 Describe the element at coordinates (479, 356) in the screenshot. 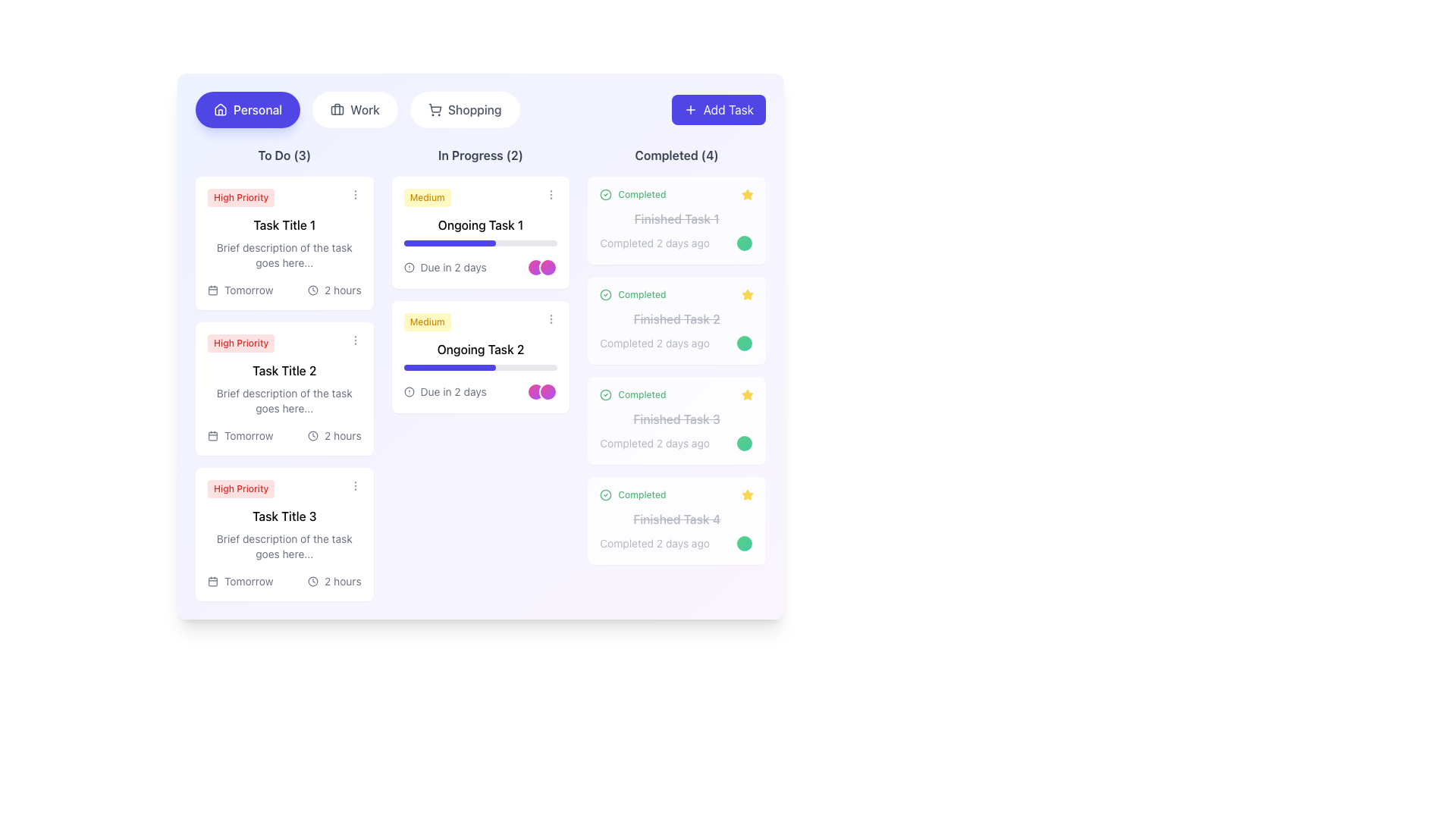

I see `task details from the task card styled with a white background and rounded corners, which contains the text 'Medium Ongoing Task 2 Due in 2 days' and is located in the 'In Progress' column` at that location.